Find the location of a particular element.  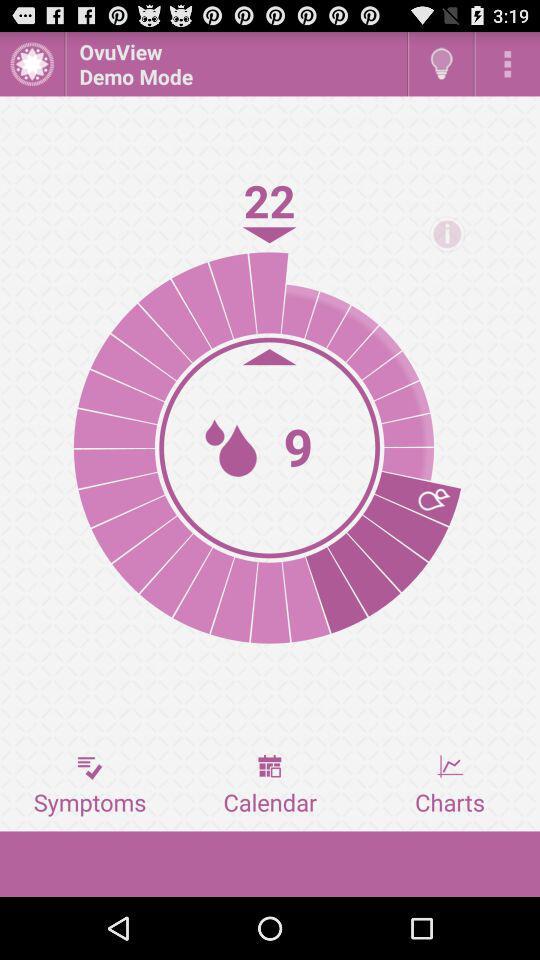

calendar icon is located at coordinates (270, 785).